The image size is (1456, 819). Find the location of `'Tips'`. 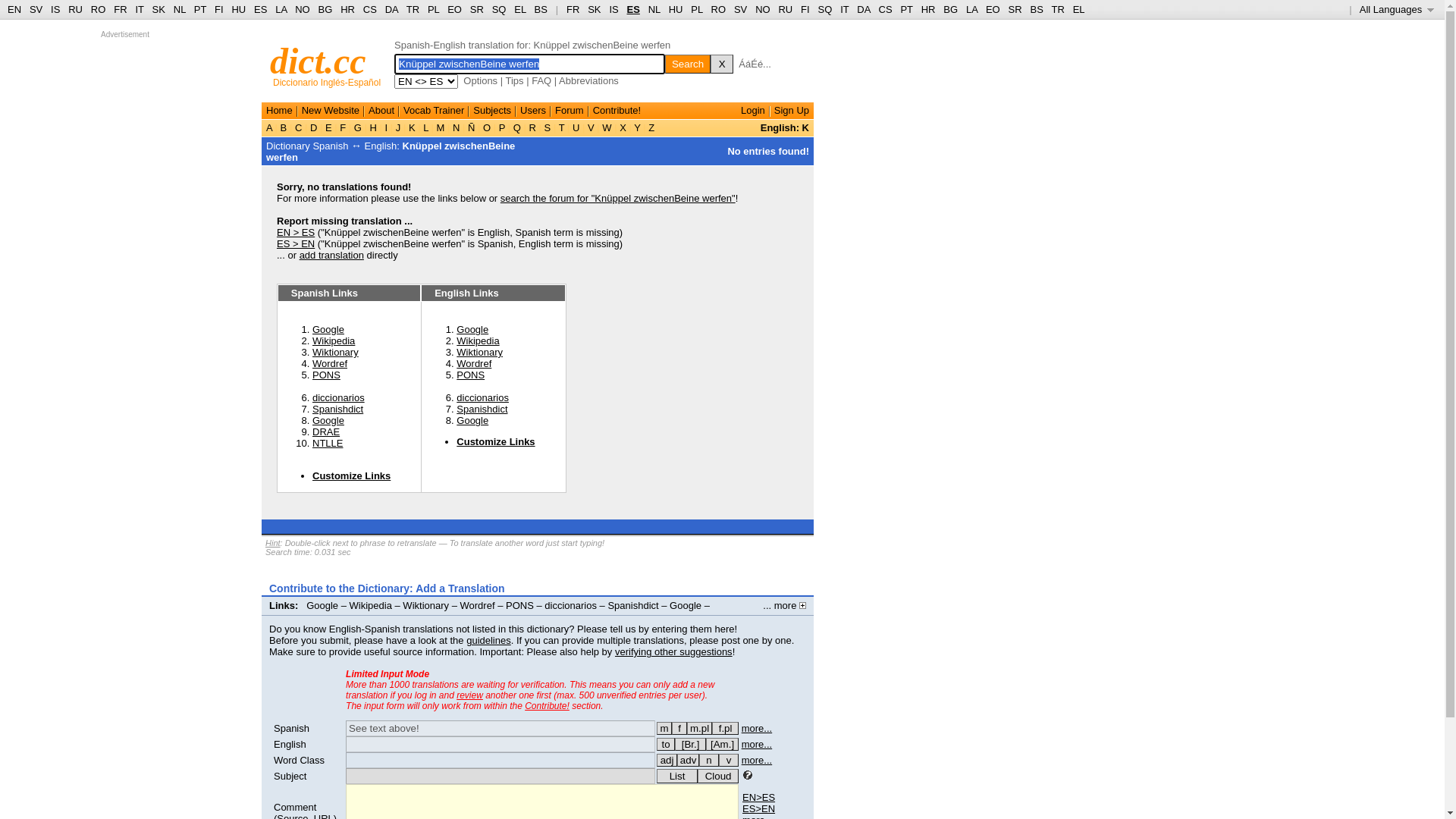

'Tips' is located at coordinates (513, 80).